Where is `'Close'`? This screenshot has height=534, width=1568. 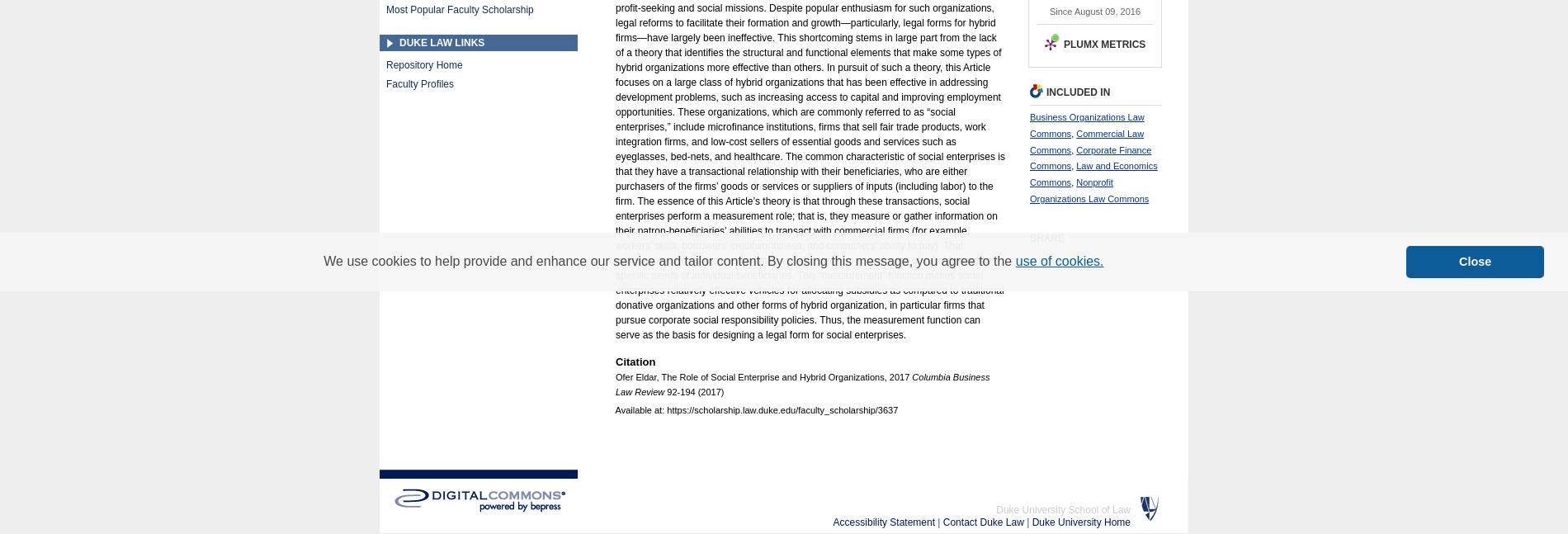 'Close' is located at coordinates (1474, 261).